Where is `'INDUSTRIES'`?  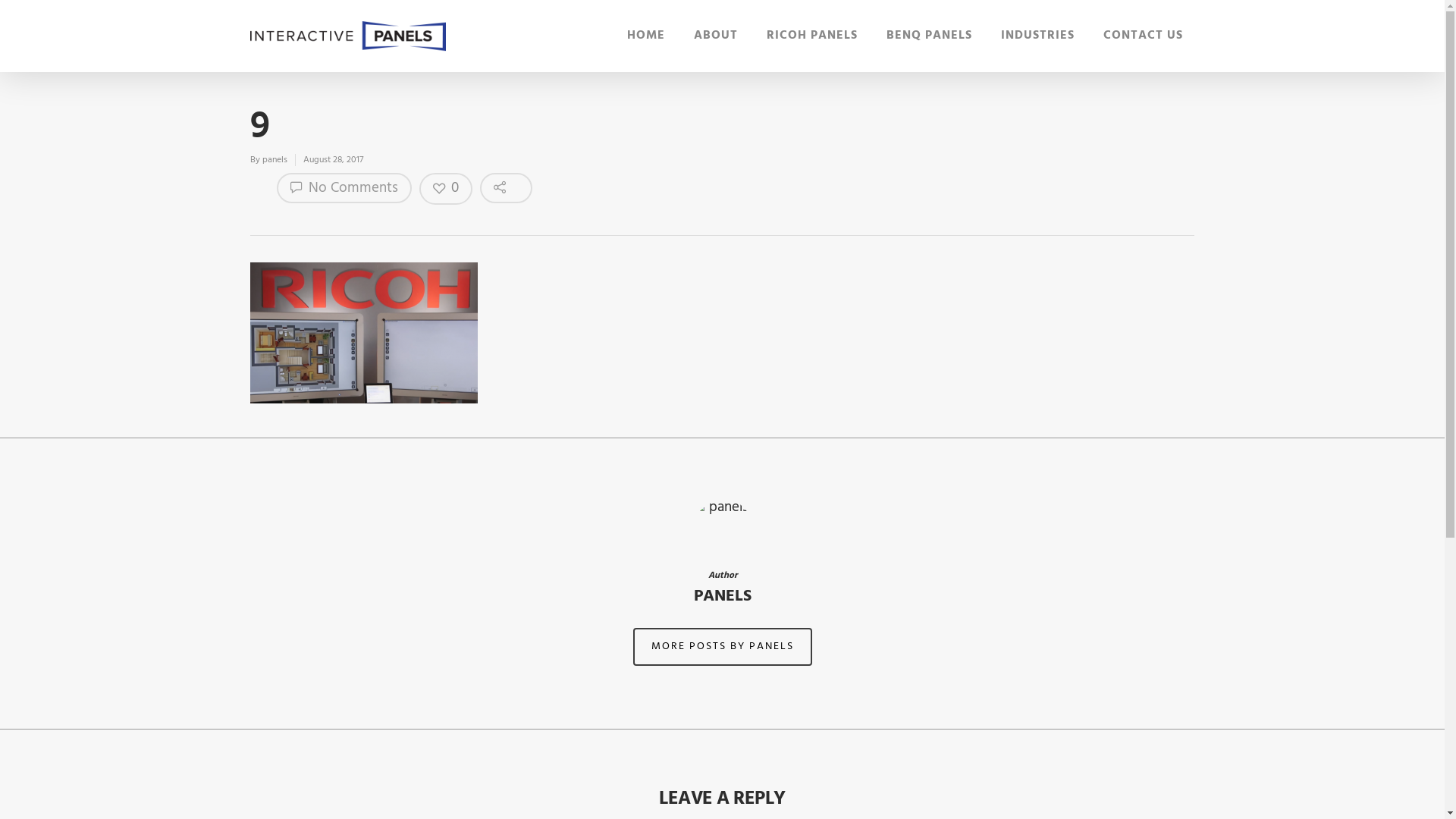 'INDUSTRIES' is located at coordinates (1037, 38).